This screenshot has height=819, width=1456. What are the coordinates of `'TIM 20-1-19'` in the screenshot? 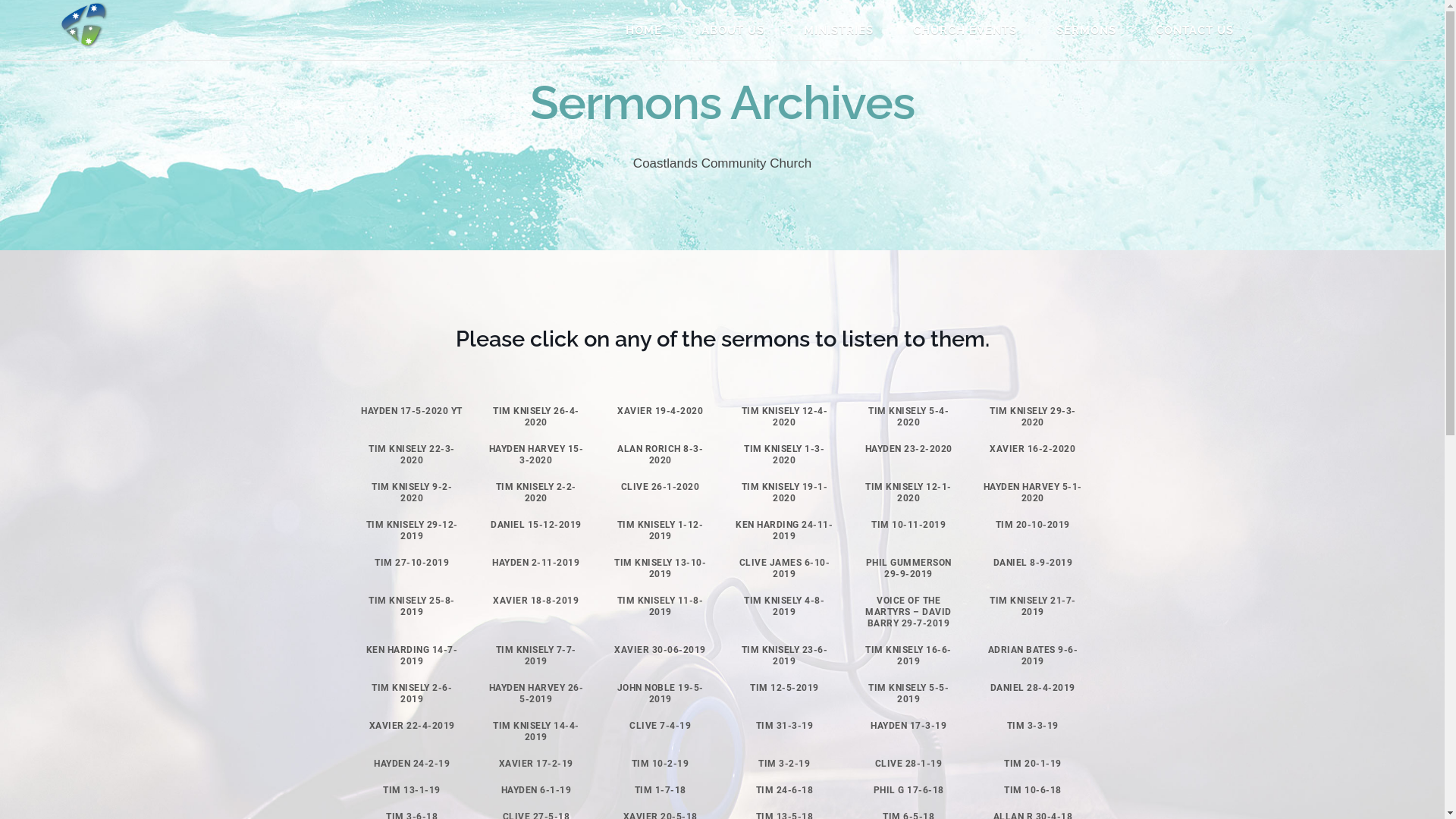 It's located at (1032, 763).